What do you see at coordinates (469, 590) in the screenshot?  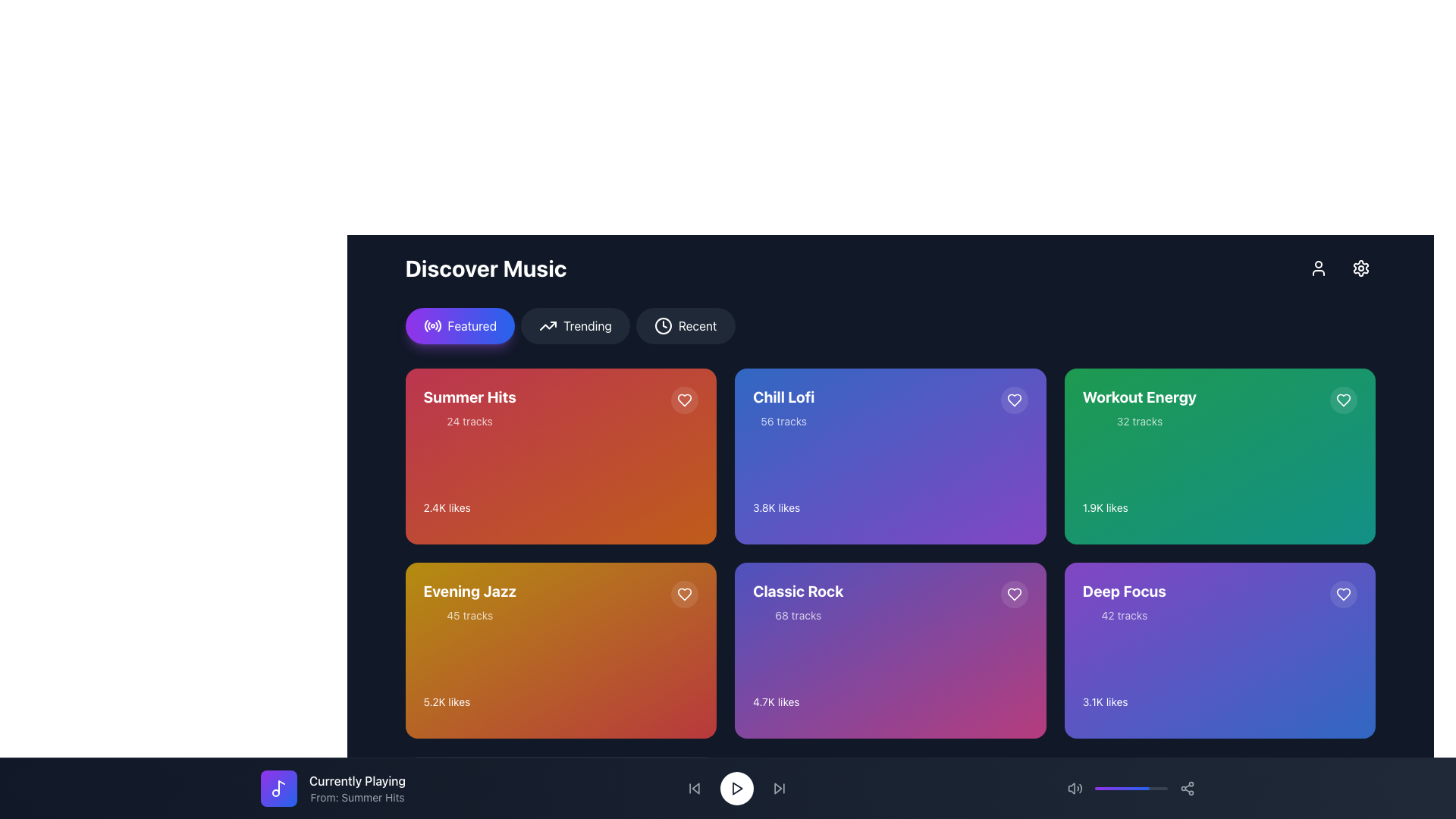 I see `the 'Evening Jazz' text label that displays the title of a music playlist, located in the bottom-left quadrant of the grid layout` at bounding box center [469, 590].